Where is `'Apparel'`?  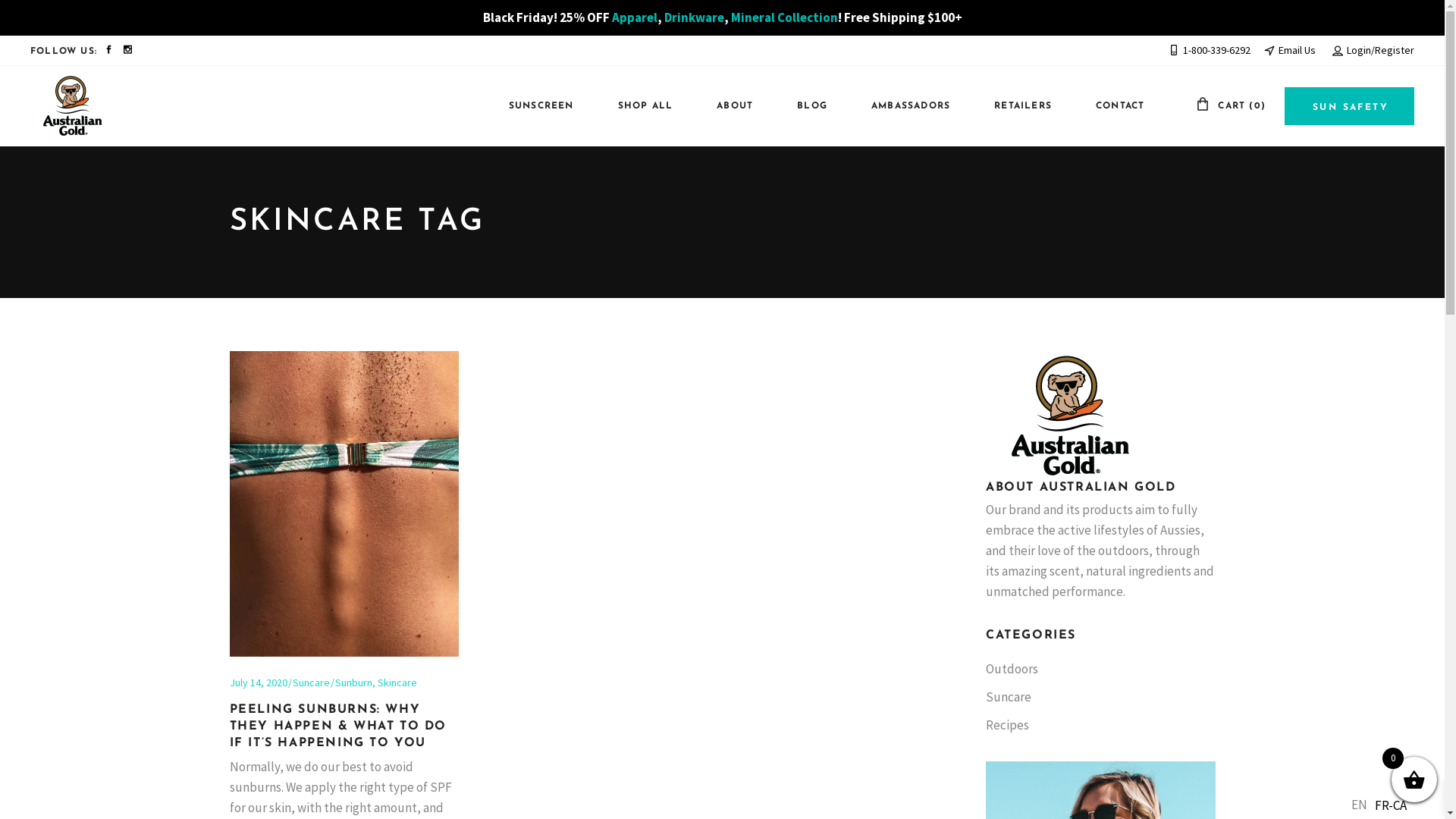 'Apparel' is located at coordinates (633, 17).